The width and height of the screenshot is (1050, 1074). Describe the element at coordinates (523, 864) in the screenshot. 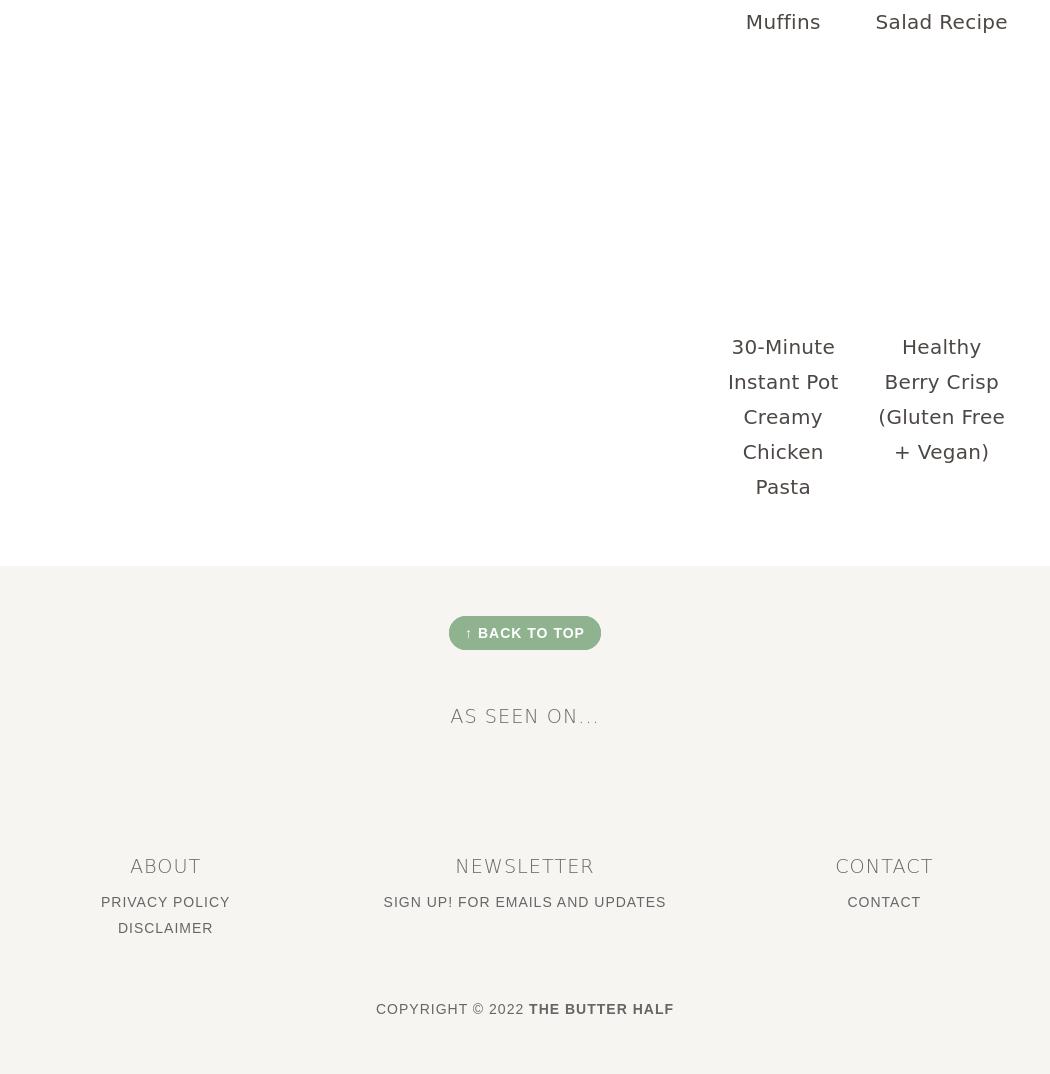

I see `'Newsletter'` at that location.